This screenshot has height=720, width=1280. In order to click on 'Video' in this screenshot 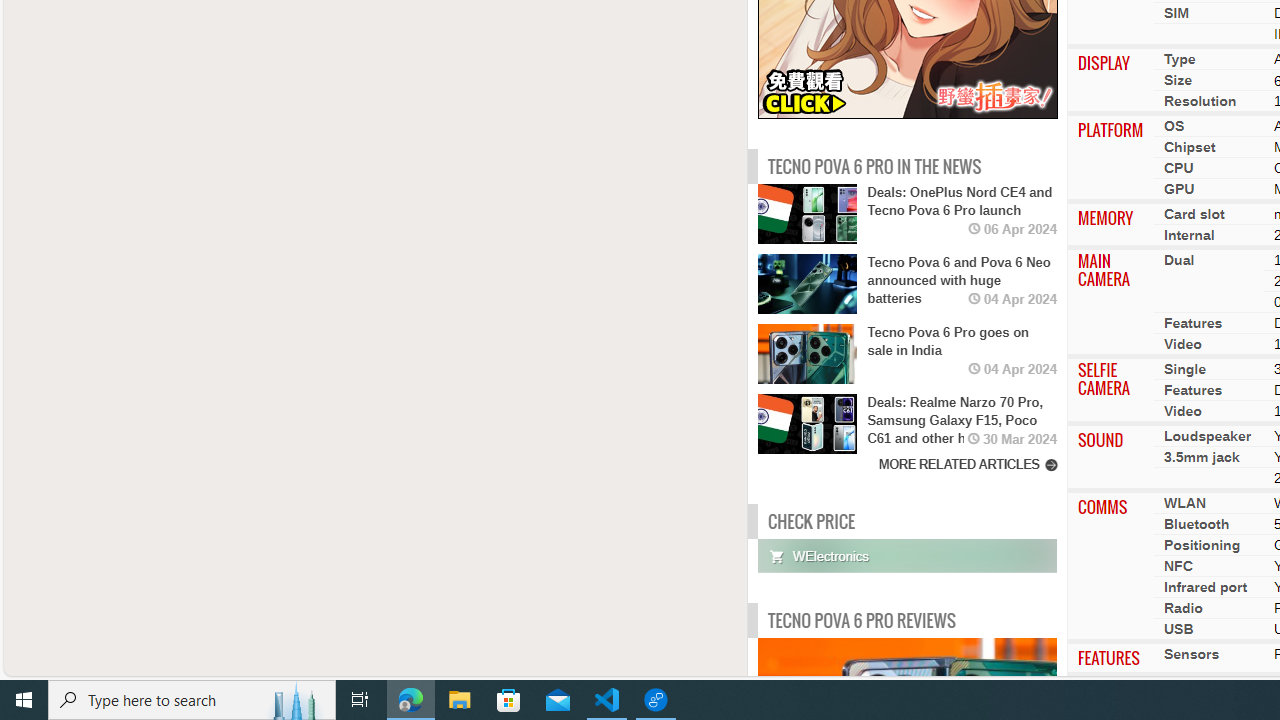, I will do `click(1182, 410)`.